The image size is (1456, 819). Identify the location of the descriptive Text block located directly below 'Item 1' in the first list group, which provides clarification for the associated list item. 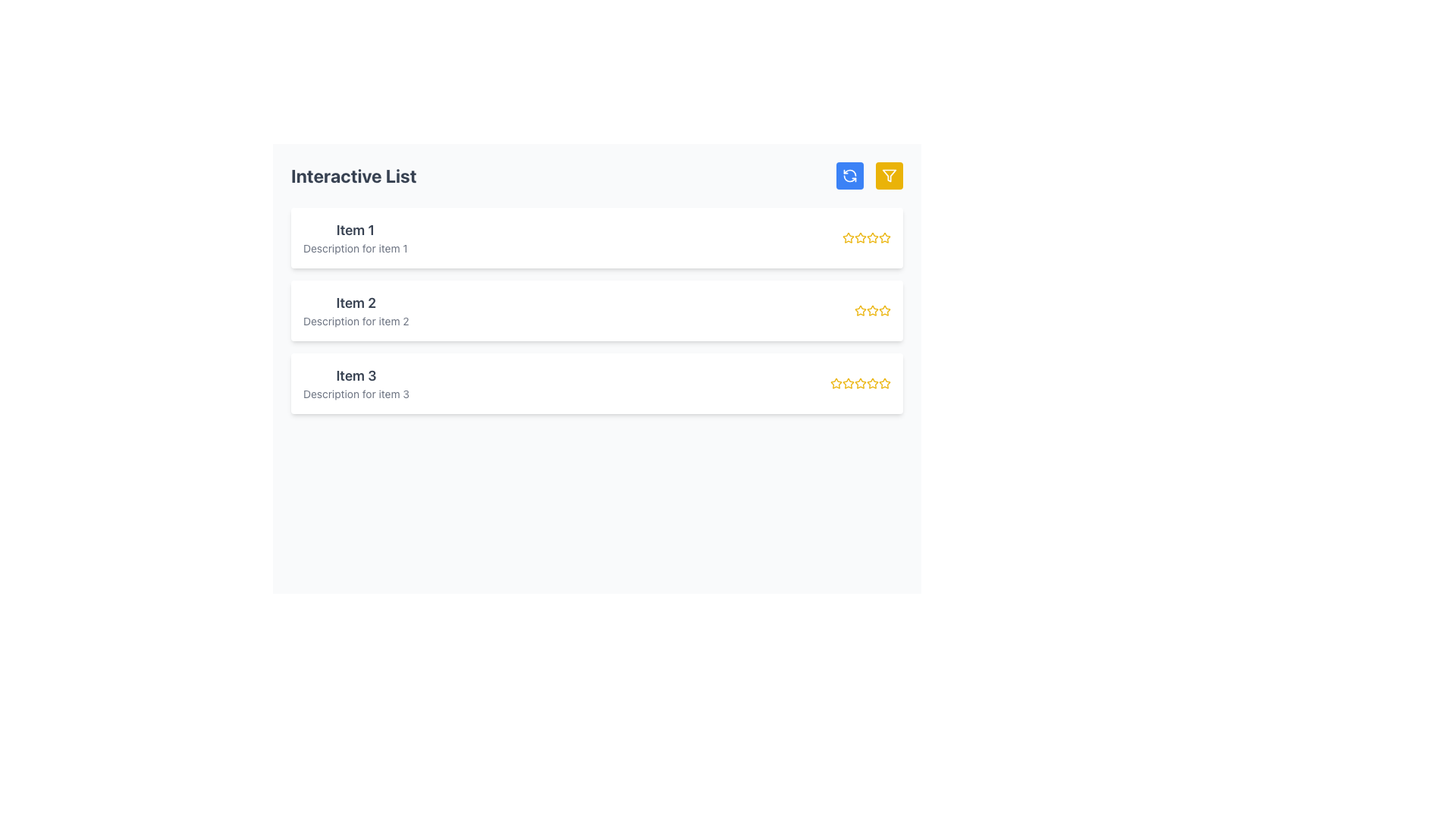
(354, 247).